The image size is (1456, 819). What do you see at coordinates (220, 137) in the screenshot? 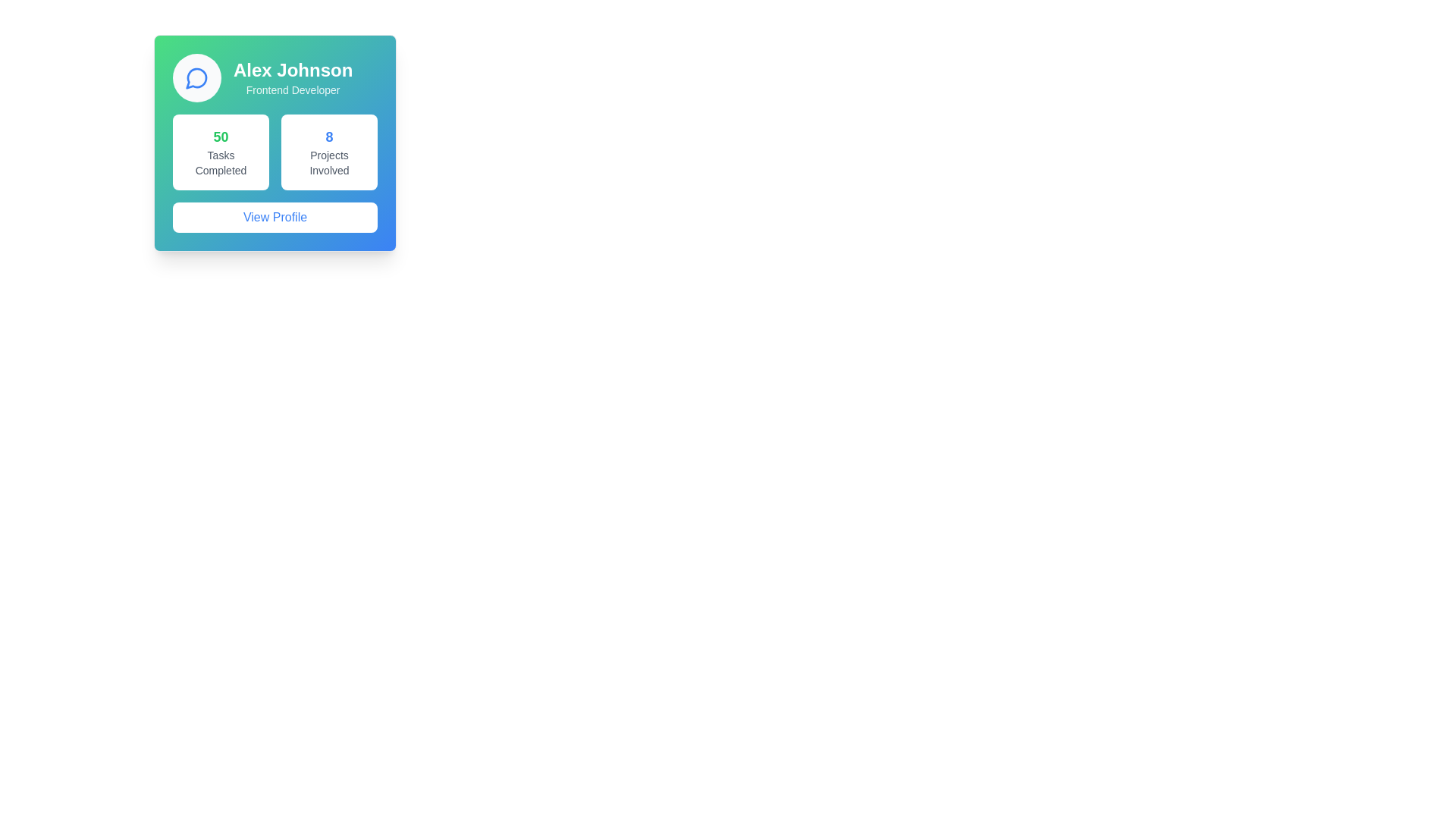
I see `value of the label displaying the numeral '50' which is styled in green font, bold, and larger size, located above the 'Tasks Completed' label within a card-like UI element` at bounding box center [220, 137].